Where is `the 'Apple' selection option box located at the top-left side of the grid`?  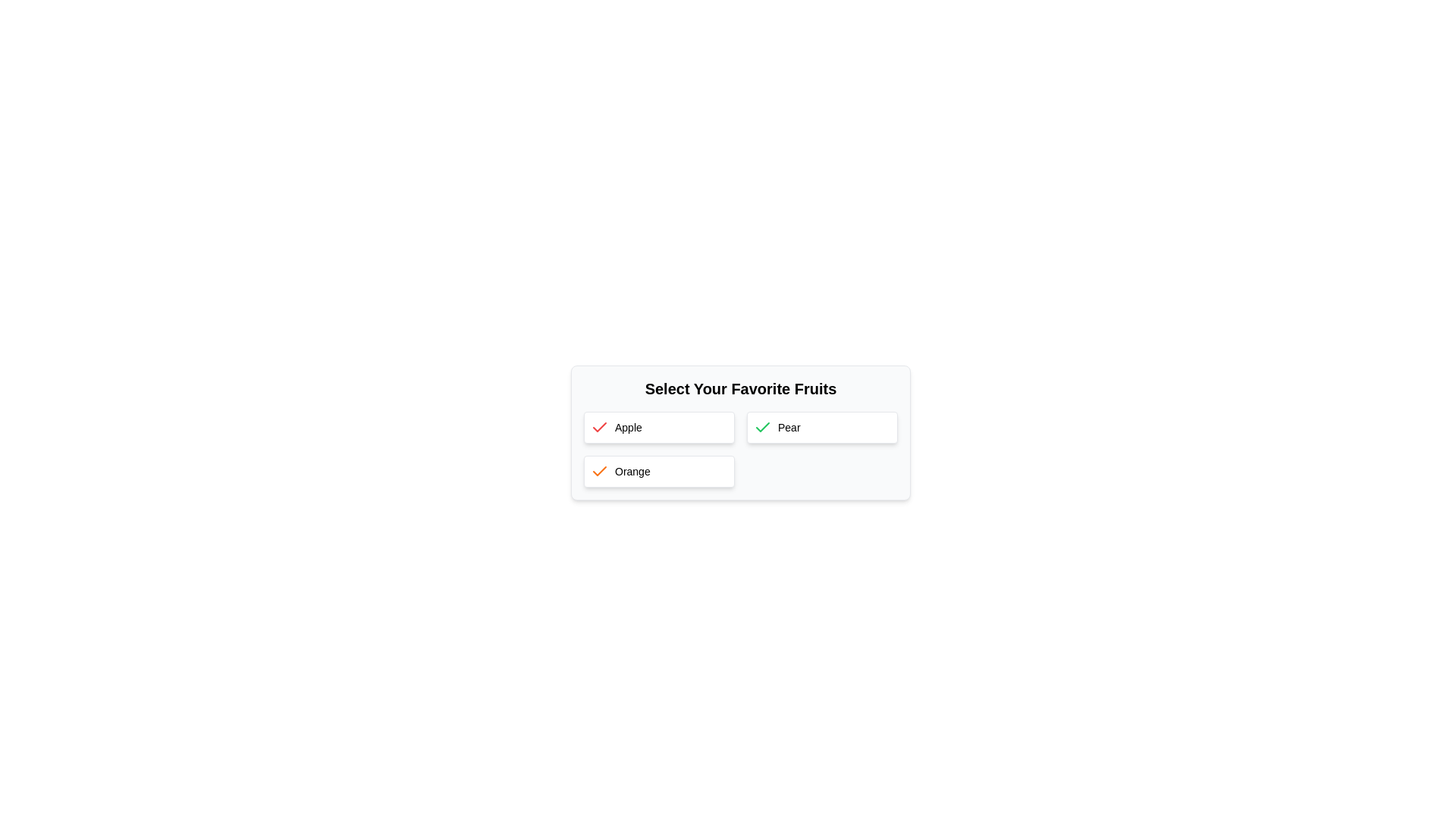 the 'Apple' selection option box located at the top-left side of the grid is located at coordinates (659, 427).